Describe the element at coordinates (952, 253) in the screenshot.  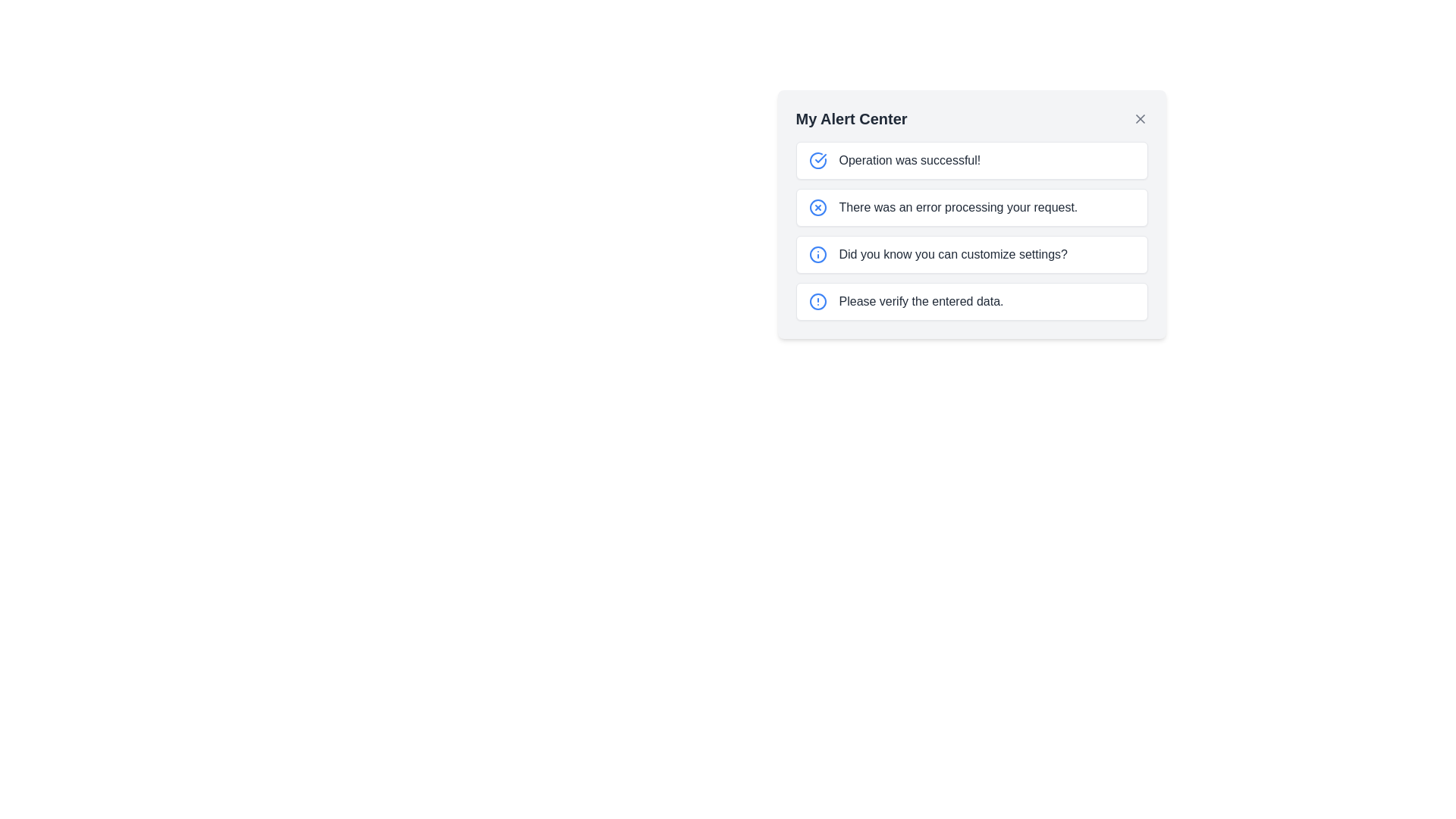
I see `the text label that reads 'Did you know you can customize settings?' which is located in the third row of a vertical stack of alerts within a notification box` at that location.